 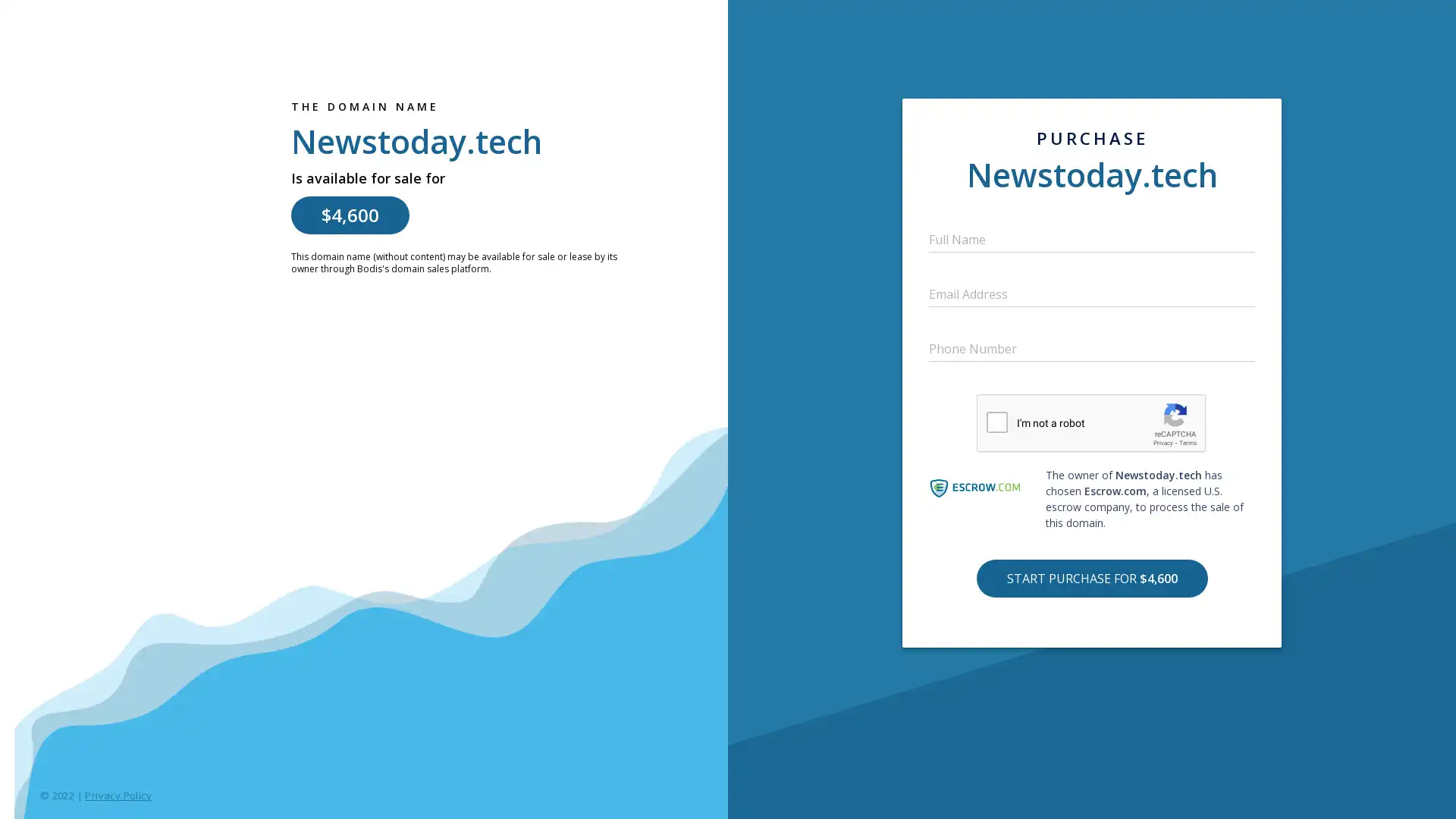 I want to click on START PURCHASE FOR $4,600, so click(x=1090, y=578).